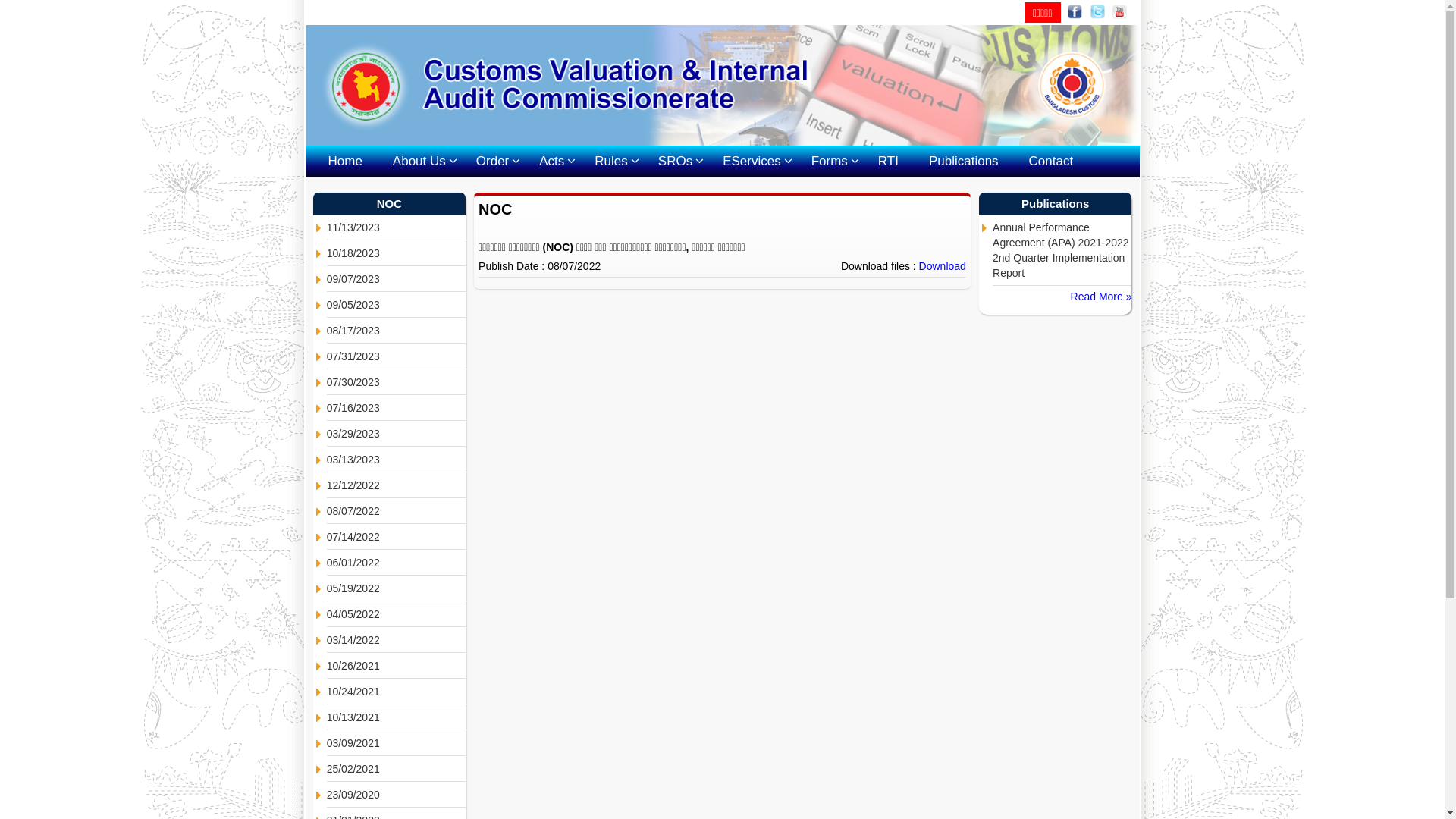 The image size is (1456, 819). I want to click on '05/19/2022', so click(396, 588).